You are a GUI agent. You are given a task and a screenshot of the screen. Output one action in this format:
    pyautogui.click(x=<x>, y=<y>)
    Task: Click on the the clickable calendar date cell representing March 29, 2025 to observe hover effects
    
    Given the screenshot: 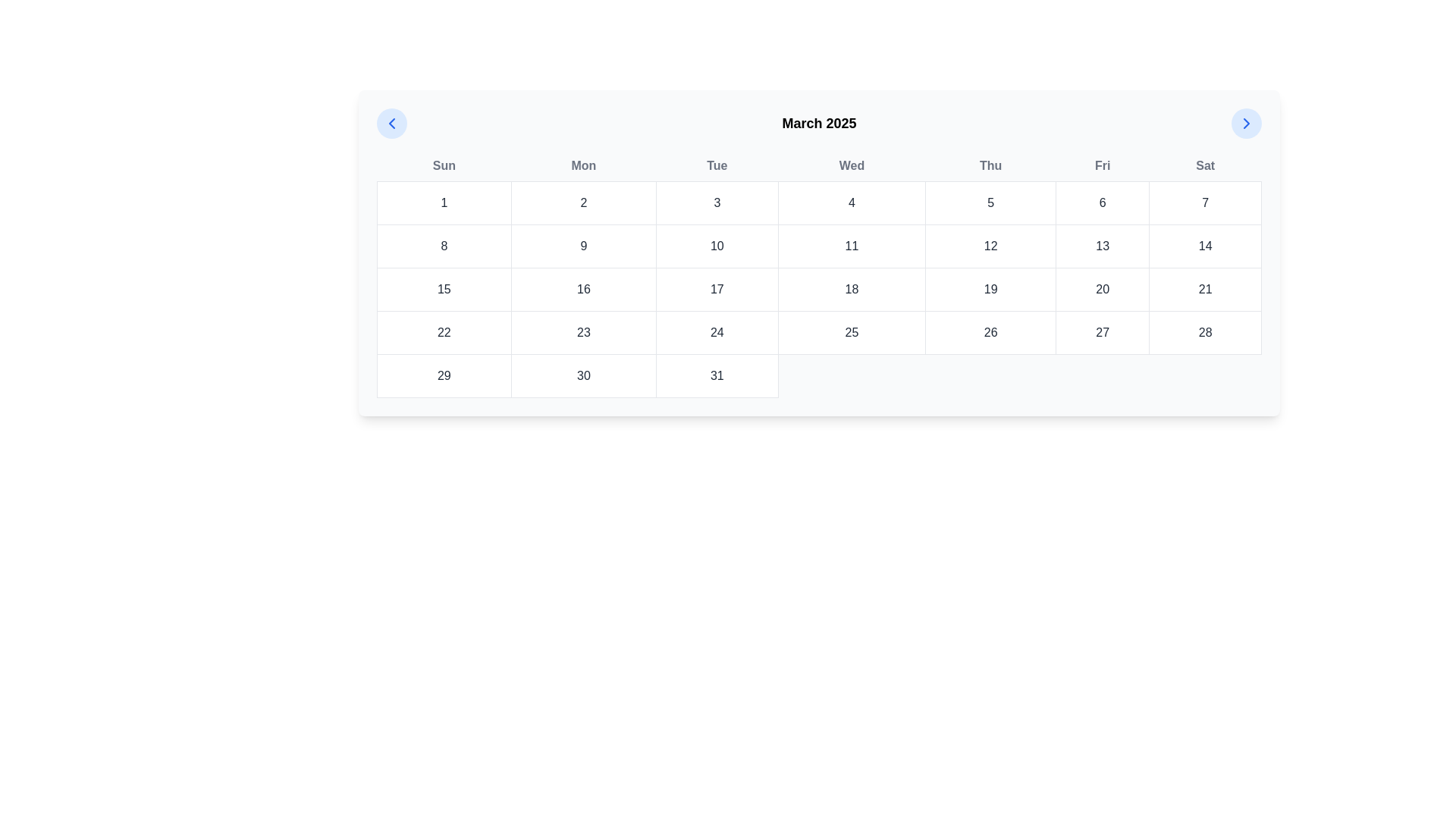 What is the action you would take?
    pyautogui.click(x=443, y=375)
    